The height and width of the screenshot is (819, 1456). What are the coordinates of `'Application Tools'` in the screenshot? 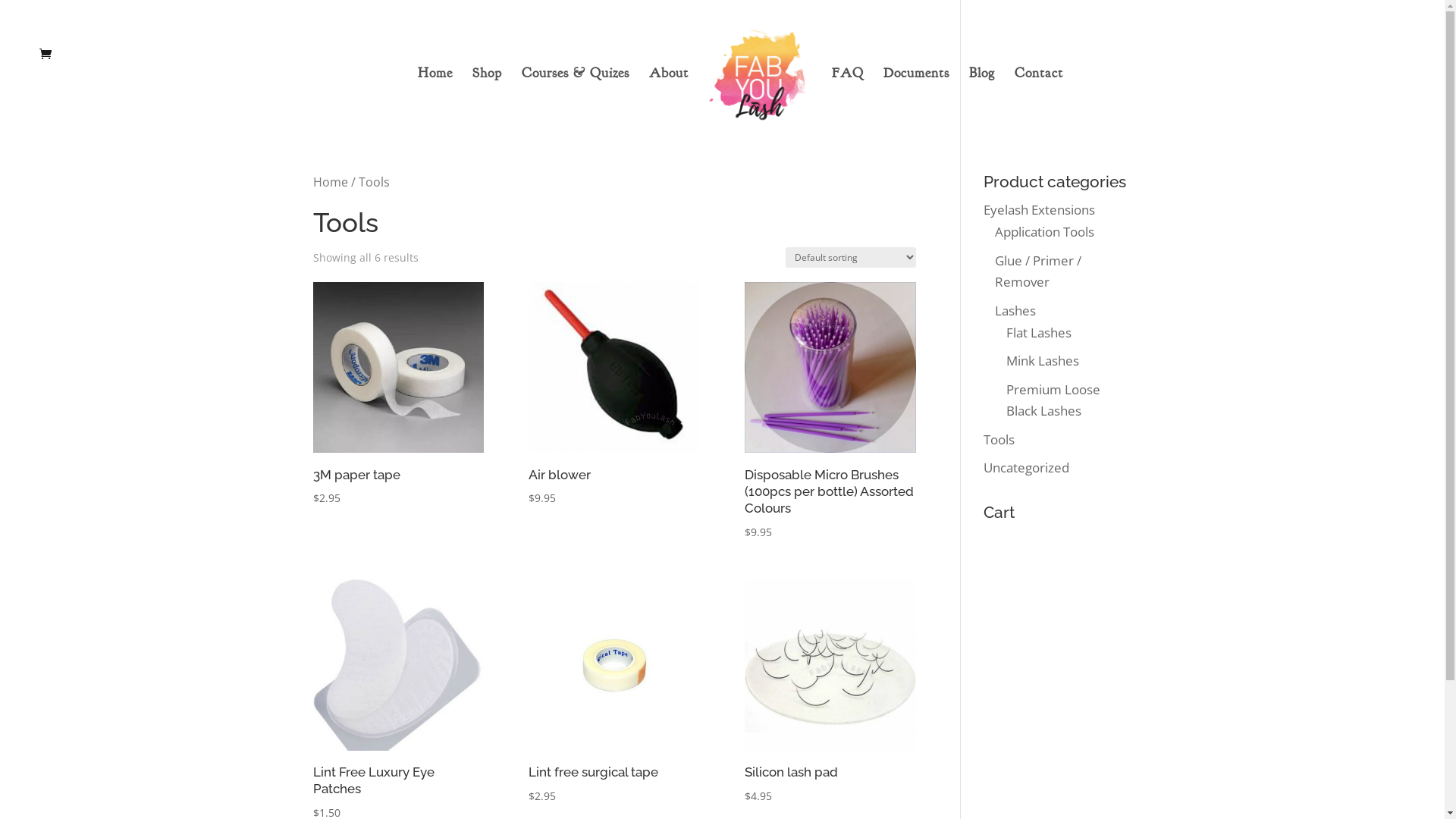 It's located at (1043, 231).